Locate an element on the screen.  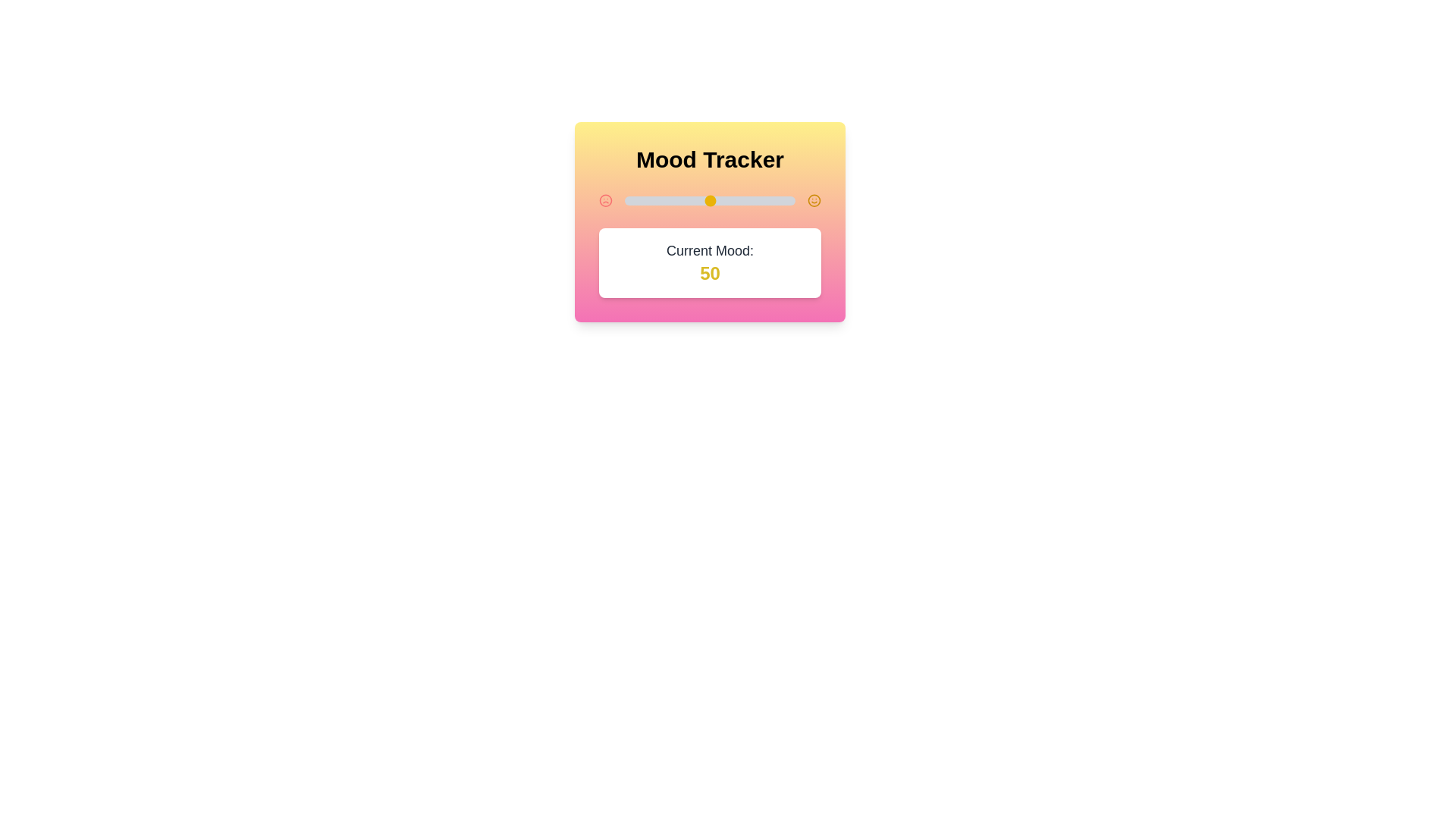
the slider to set the mood value to 2 is located at coordinates (628, 200).